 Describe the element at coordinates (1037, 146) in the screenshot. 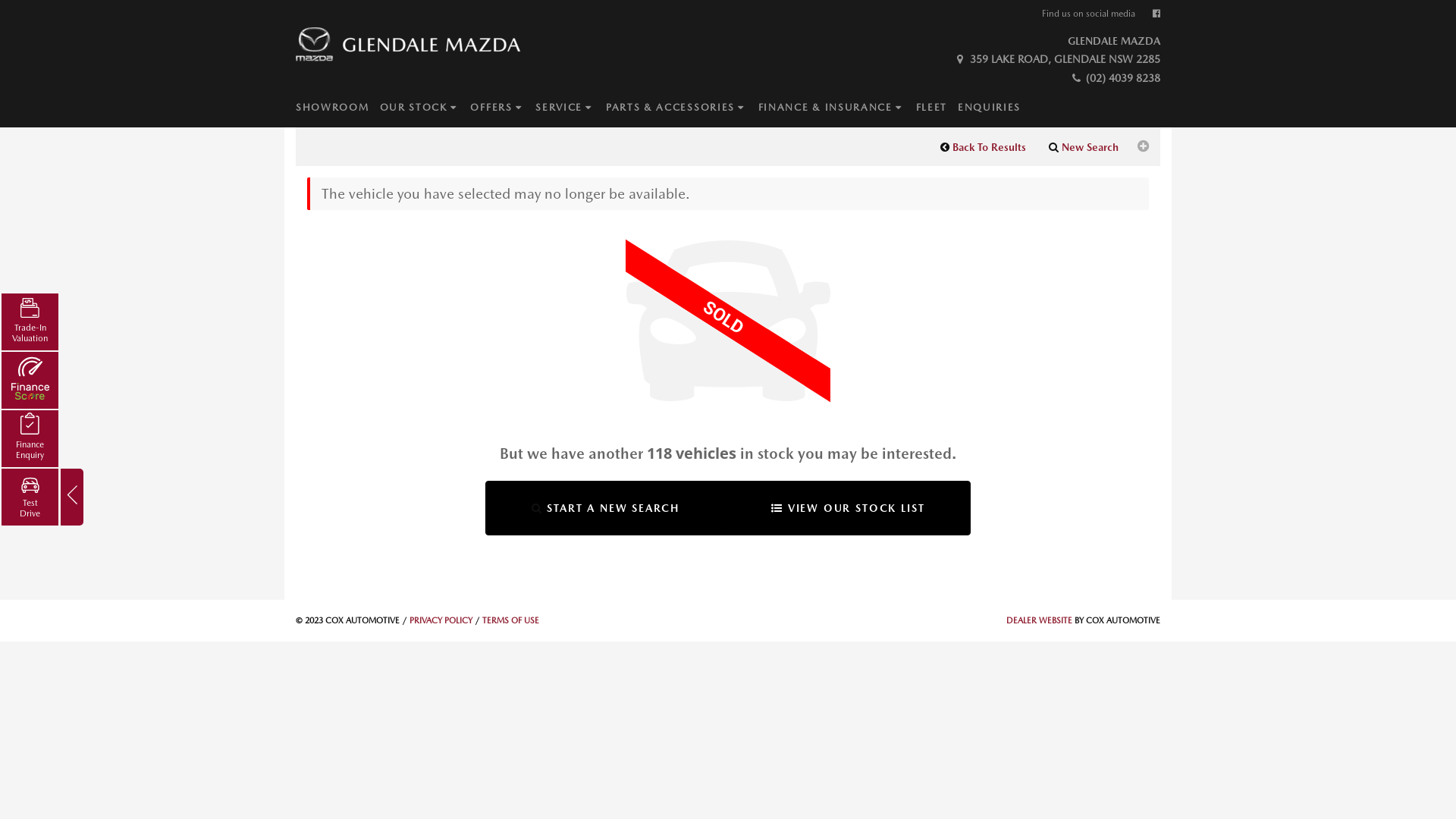

I see `'New Search'` at that location.